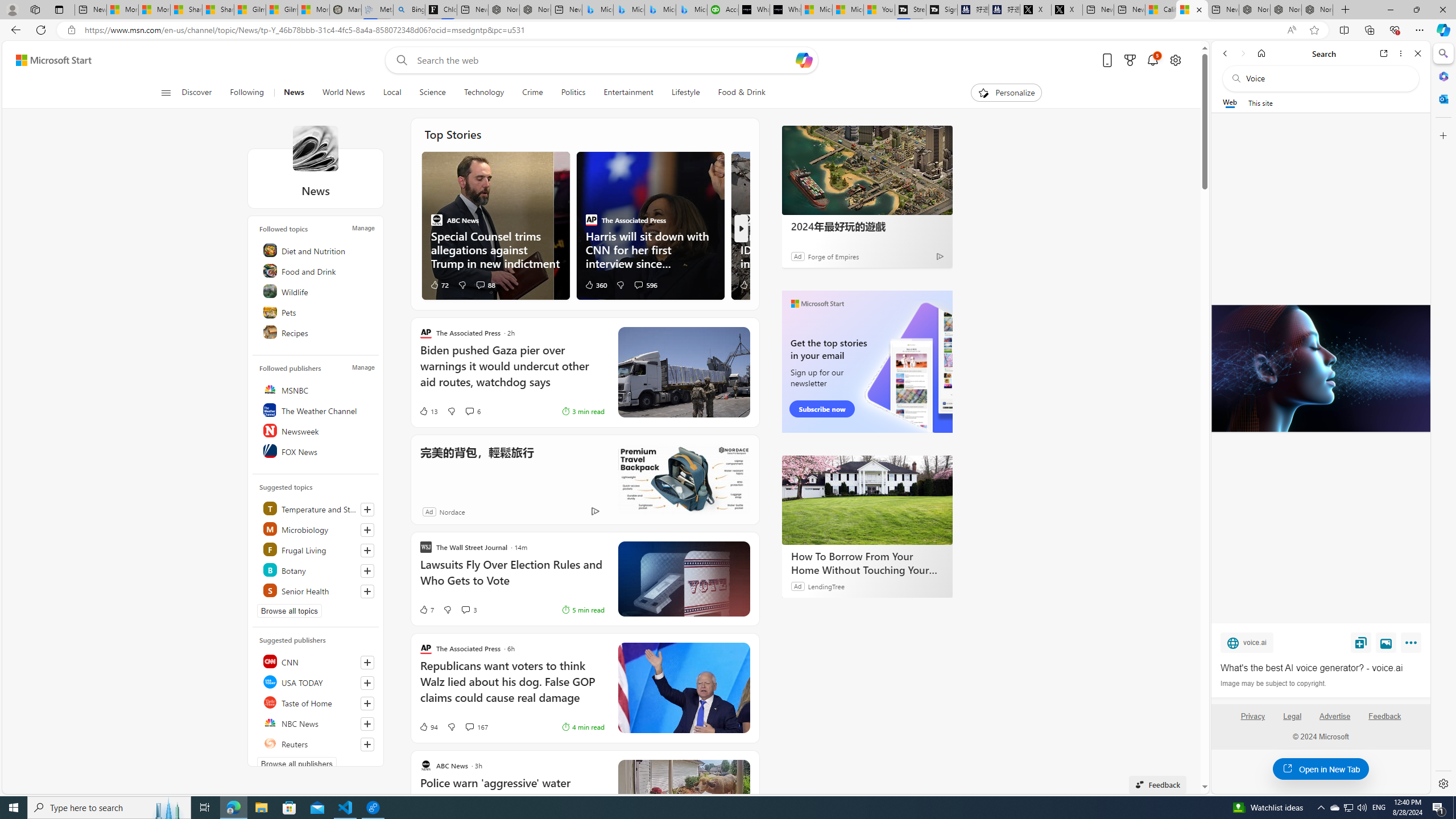  Describe the element at coordinates (317, 249) in the screenshot. I see `'Diet and Nutrition'` at that location.